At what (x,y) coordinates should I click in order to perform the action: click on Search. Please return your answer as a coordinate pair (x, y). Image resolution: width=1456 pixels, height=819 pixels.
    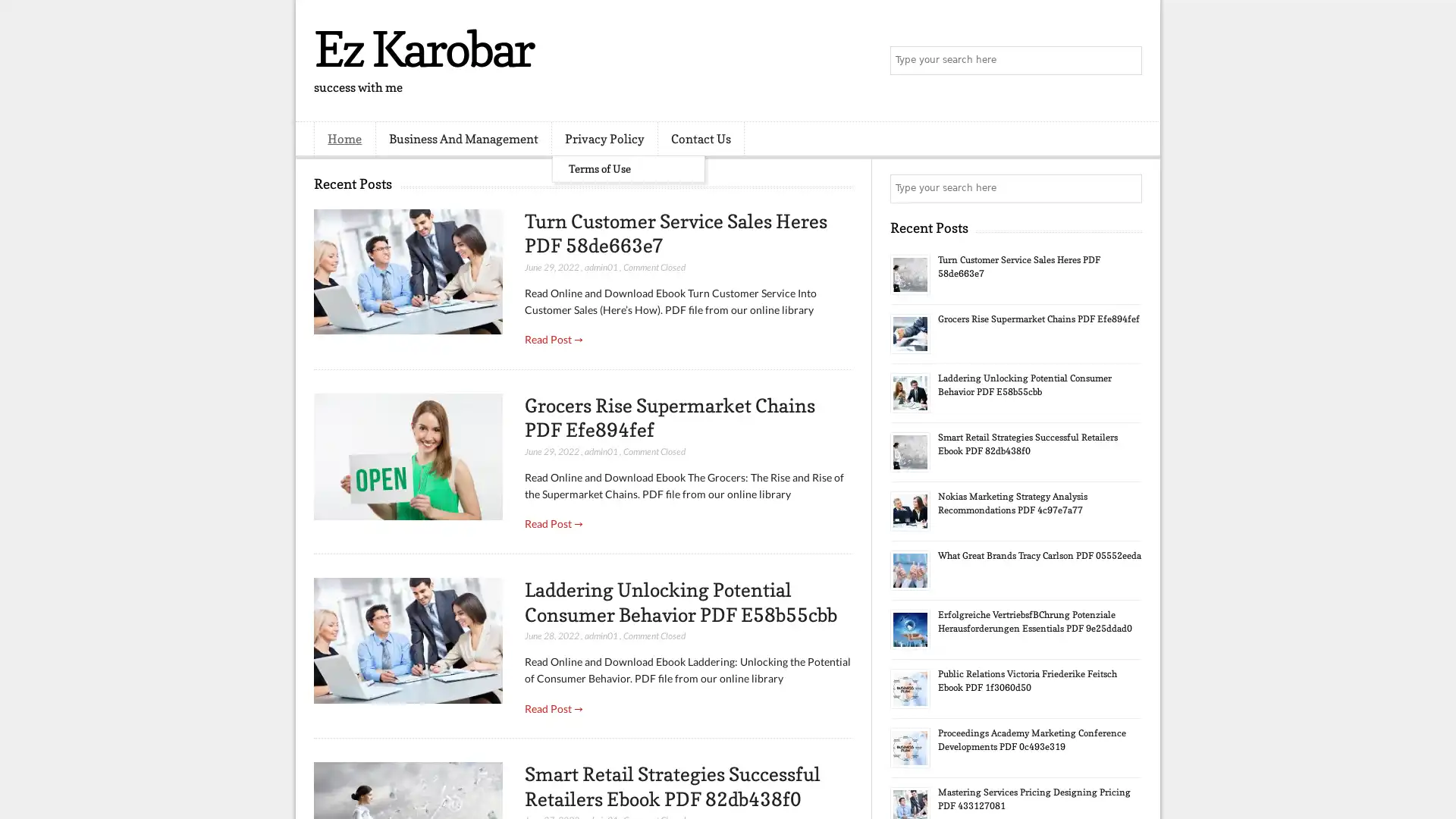
    Looking at the image, I should click on (1126, 61).